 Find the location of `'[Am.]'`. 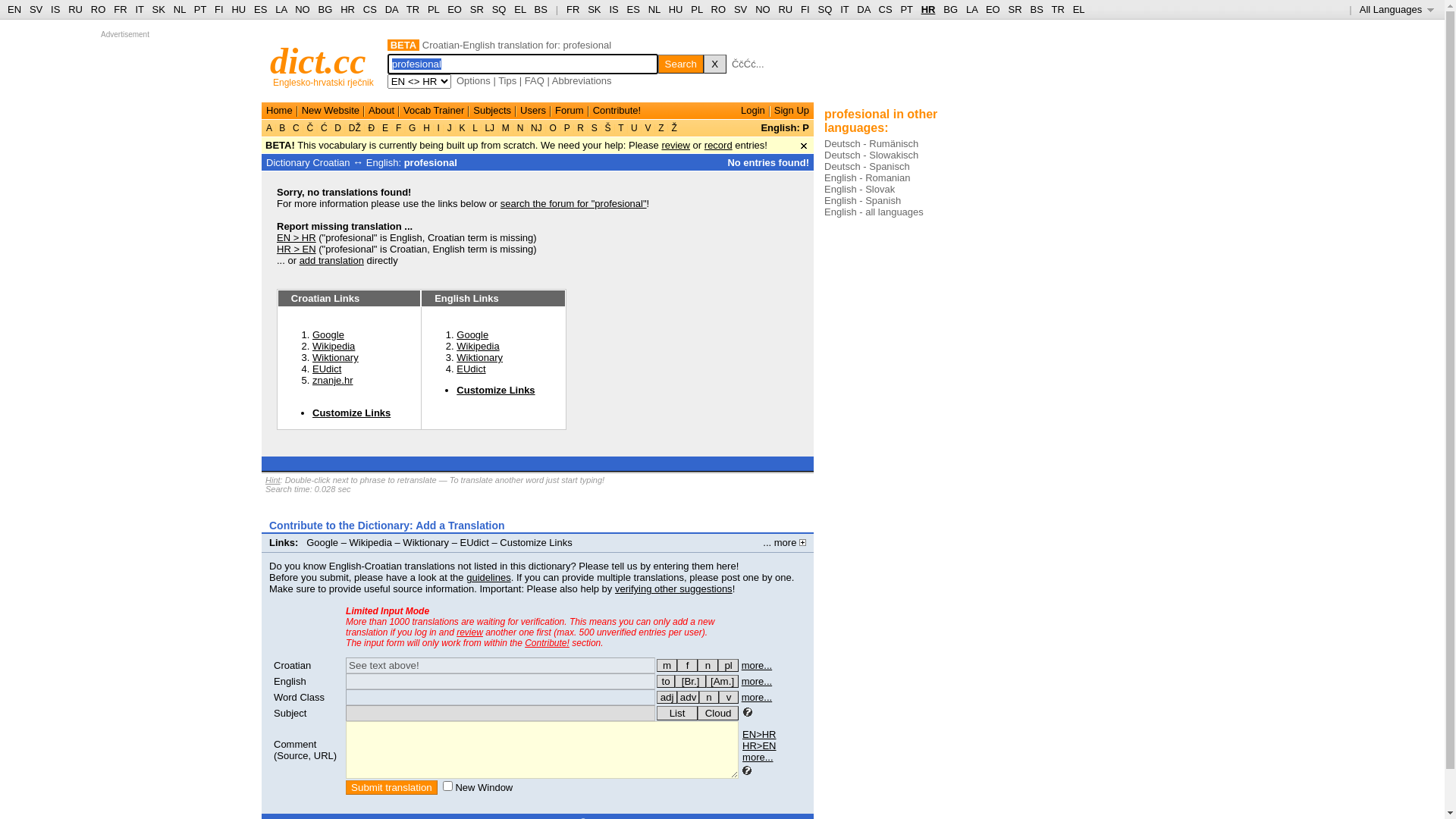

'[Am.]' is located at coordinates (721, 680).